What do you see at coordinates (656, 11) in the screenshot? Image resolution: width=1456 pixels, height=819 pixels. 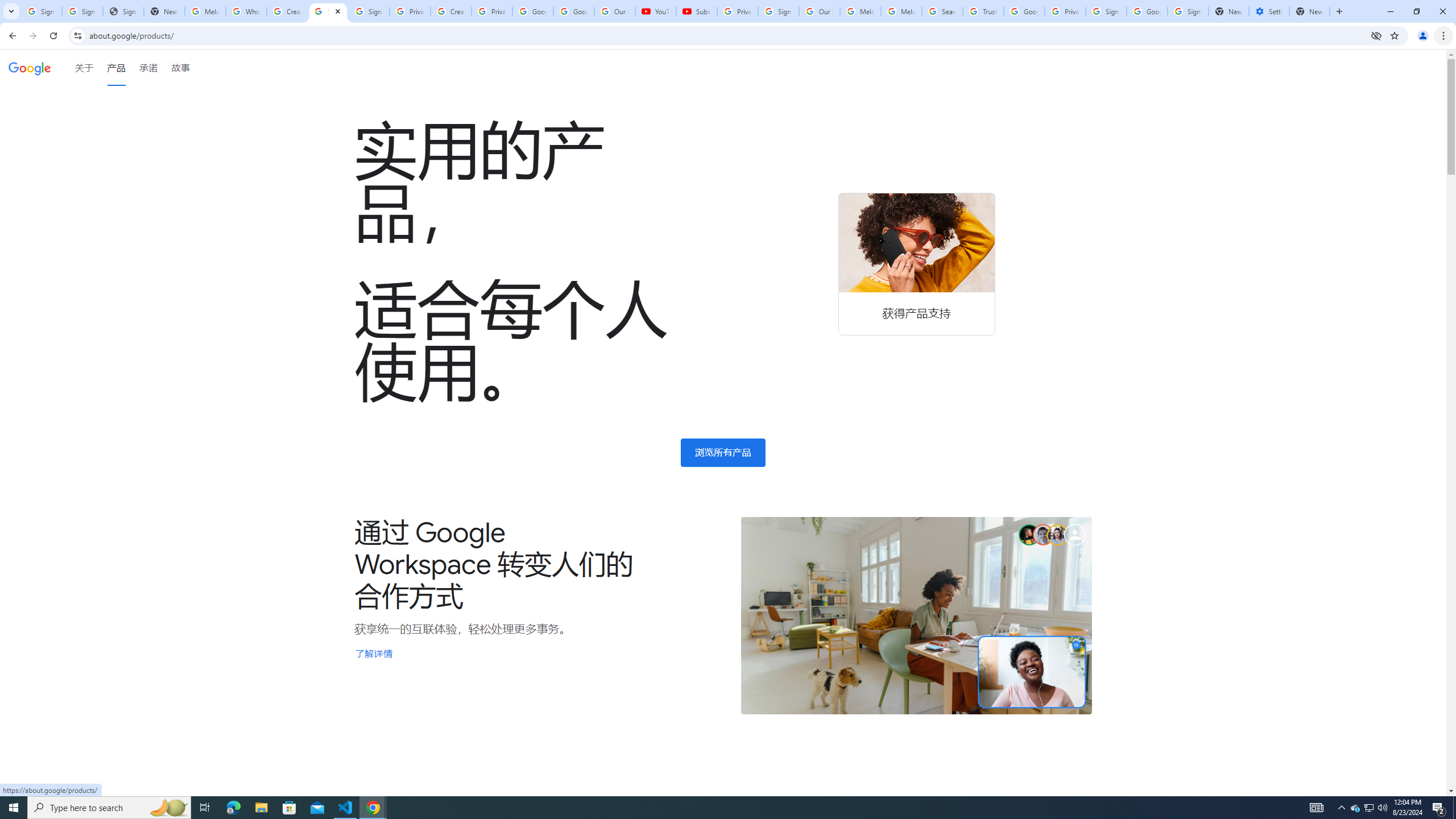 I see `'YouTube'` at bounding box center [656, 11].